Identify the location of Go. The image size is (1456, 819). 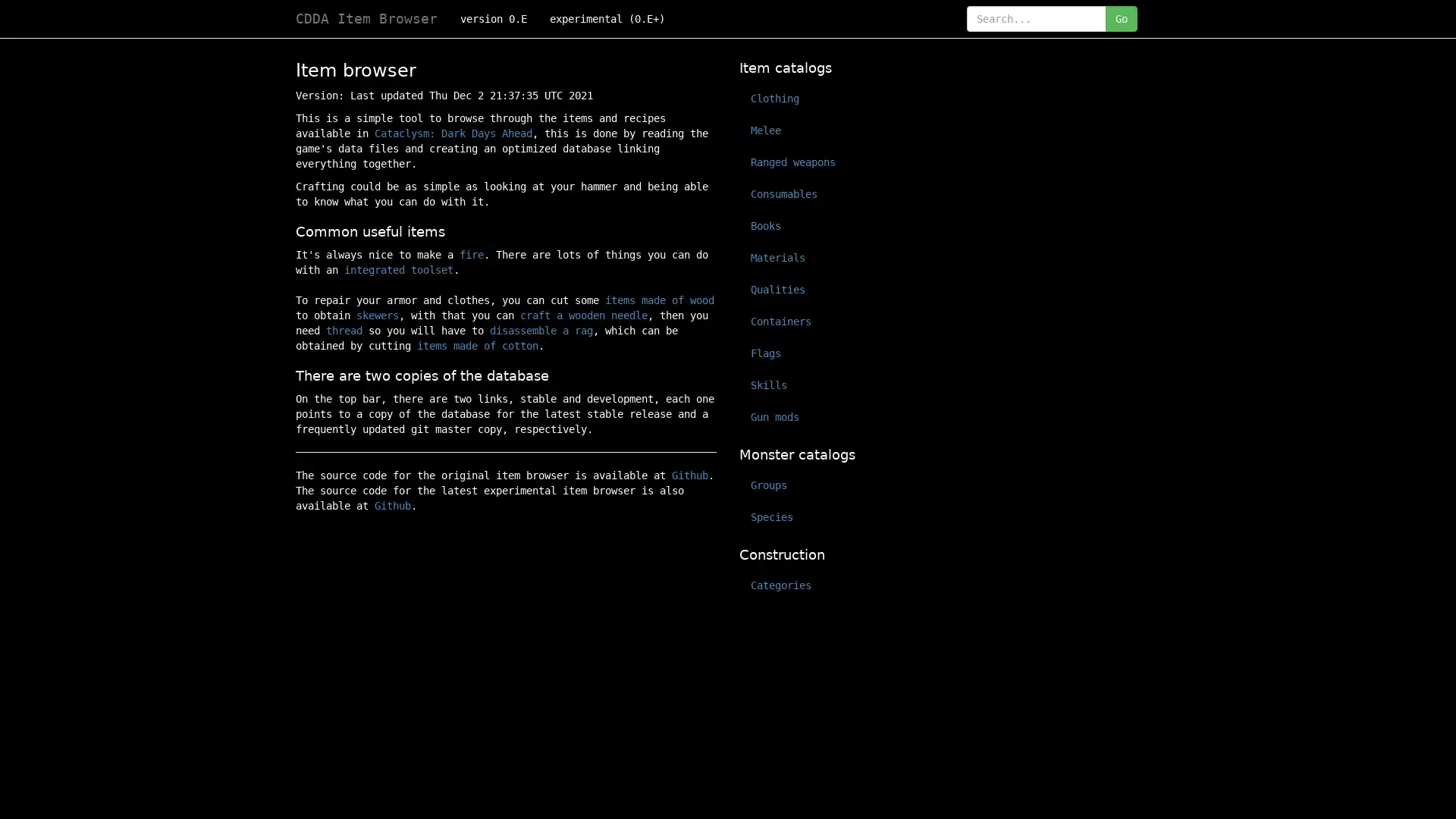
(1121, 18).